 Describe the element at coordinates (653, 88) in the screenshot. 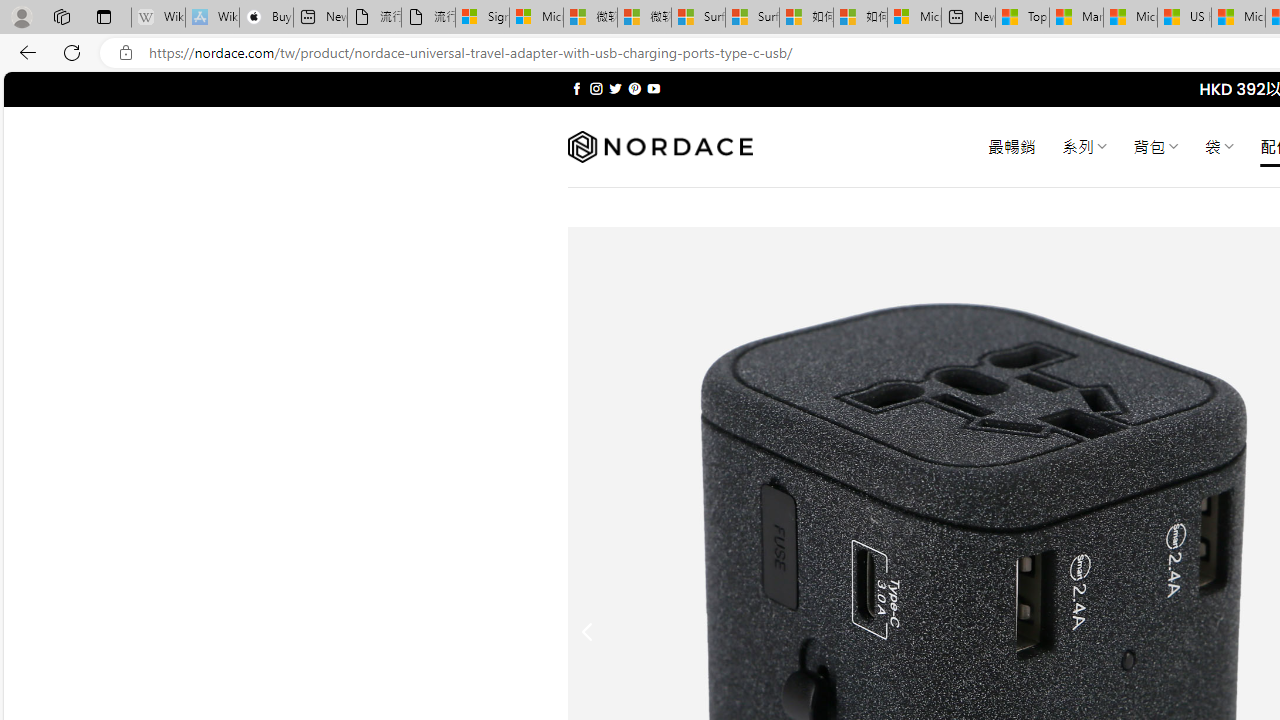

I see `'Follow on YouTube'` at that location.